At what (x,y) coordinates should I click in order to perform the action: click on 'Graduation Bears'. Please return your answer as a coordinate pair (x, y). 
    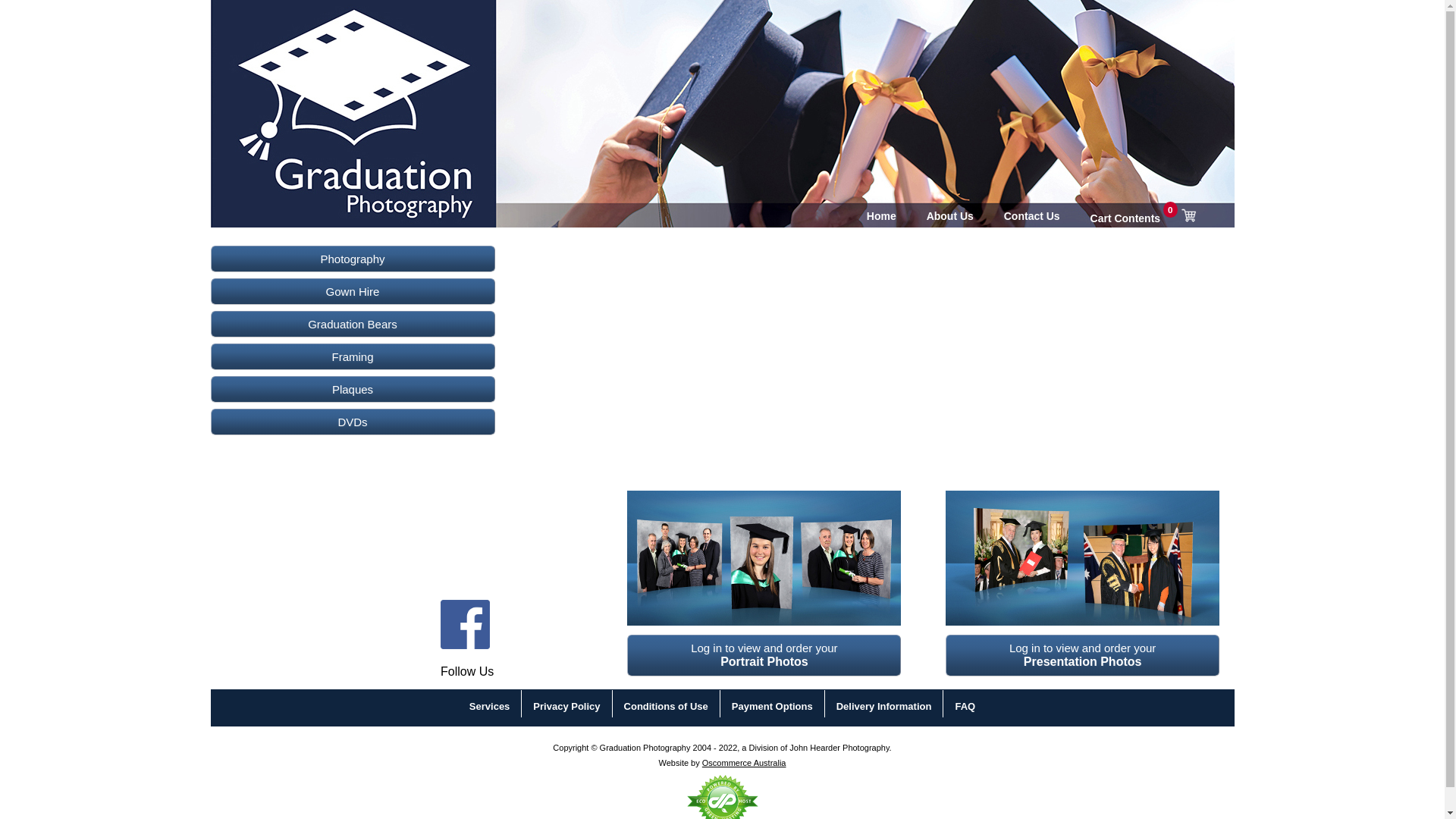
    Looking at the image, I should click on (352, 323).